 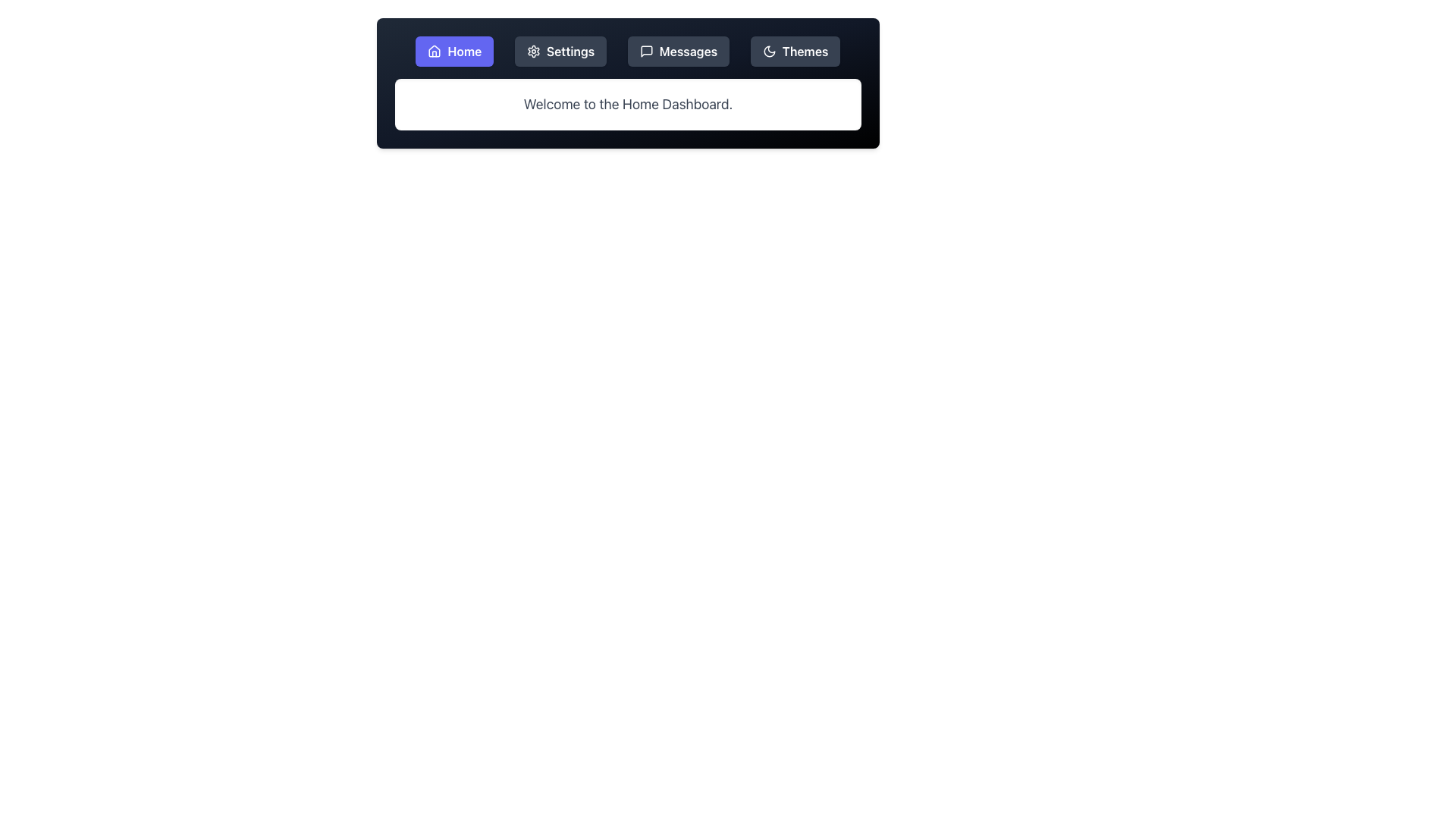 I want to click on the 'Themes' text label located in the top-right corner of the navigation bar, so click(x=805, y=51).